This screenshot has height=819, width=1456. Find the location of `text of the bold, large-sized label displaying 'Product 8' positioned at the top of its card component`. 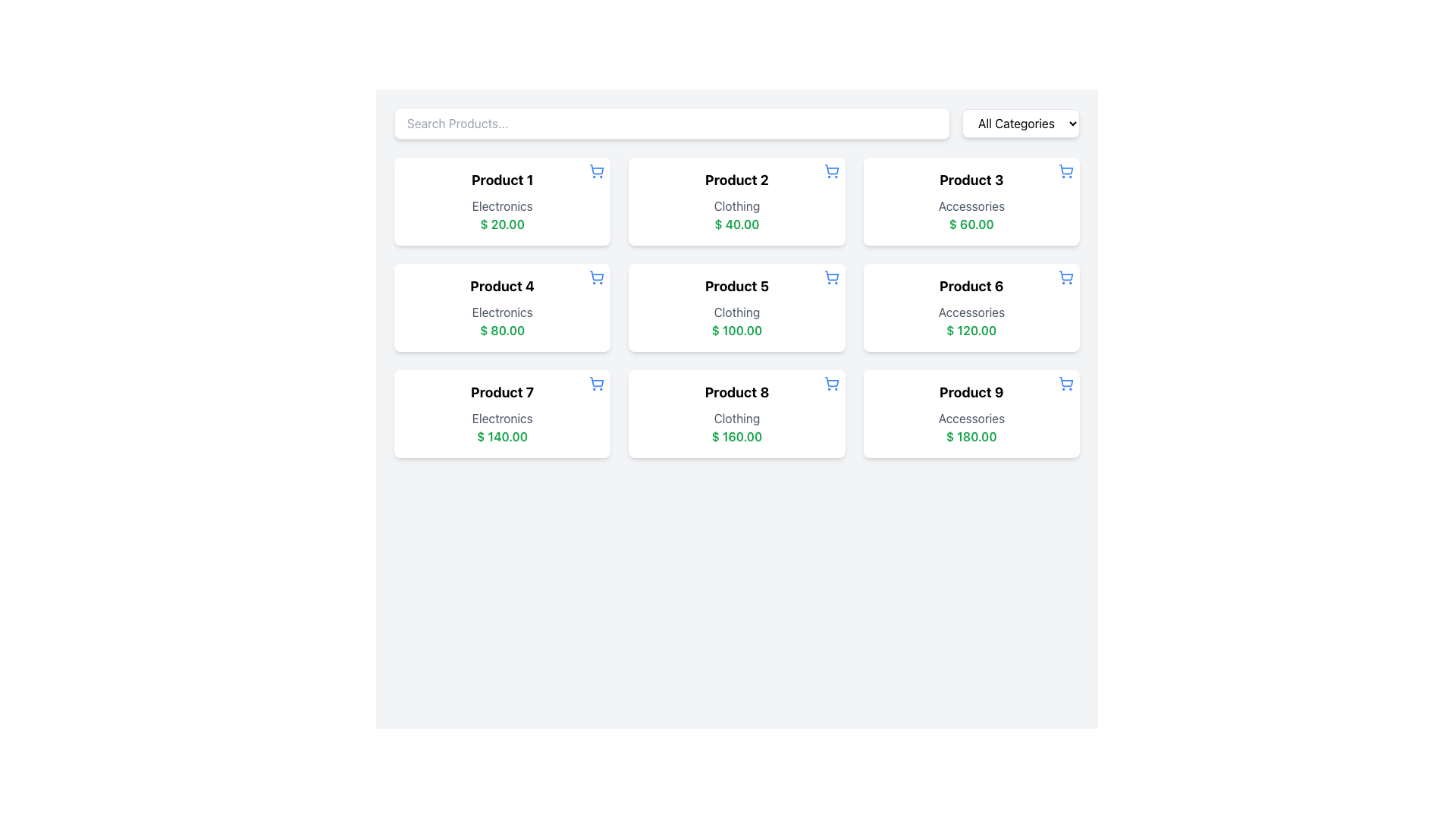

text of the bold, large-sized label displaying 'Product 8' positioned at the top of its card component is located at coordinates (736, 391).